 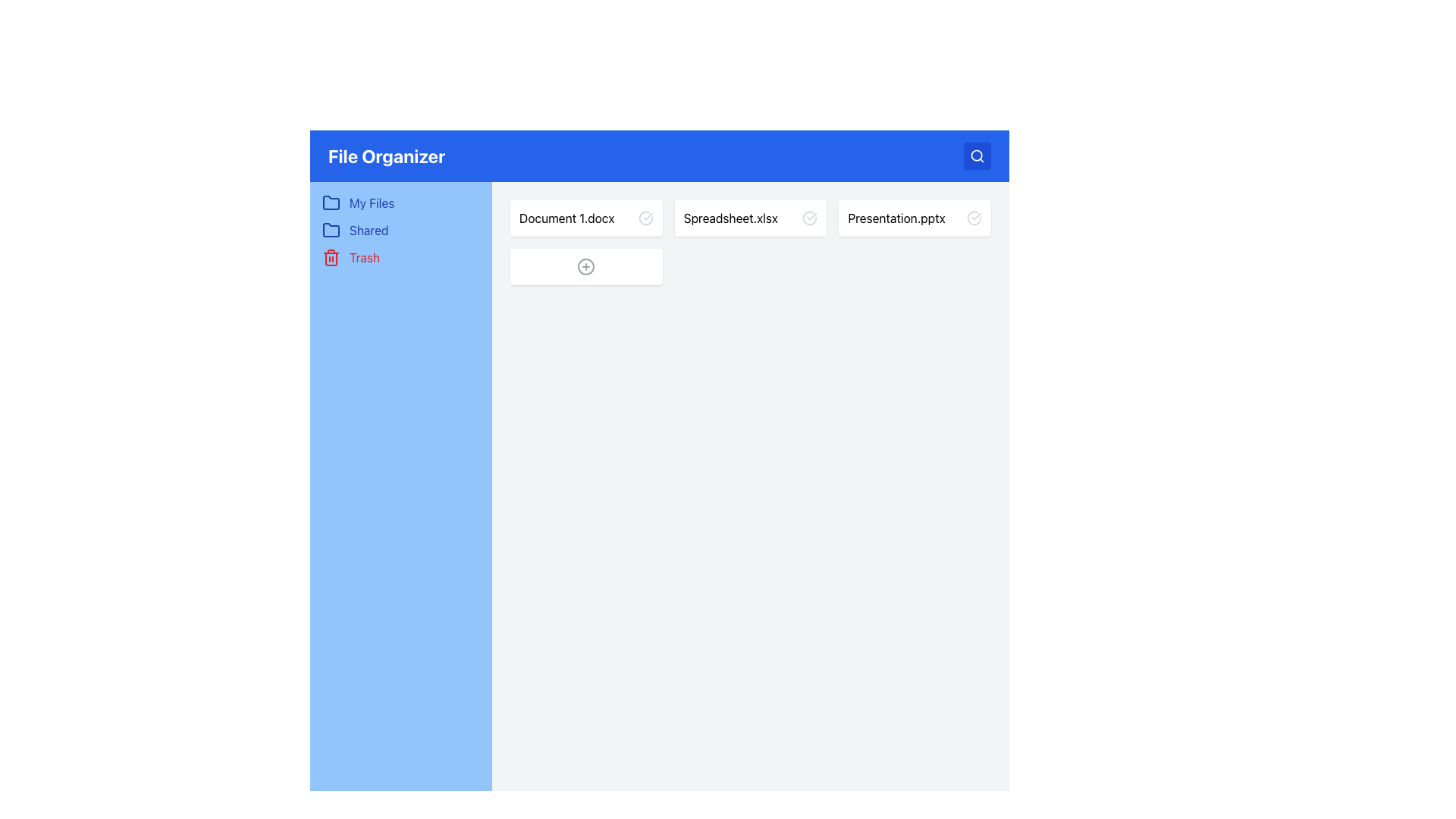 What do you see at coordinates (365, 256) in the screenshot?
I see `the 'Trash' text label, which is displayed in red next to the trashcan icon in the left-side navigation menu` at bounding box center [365, 256].